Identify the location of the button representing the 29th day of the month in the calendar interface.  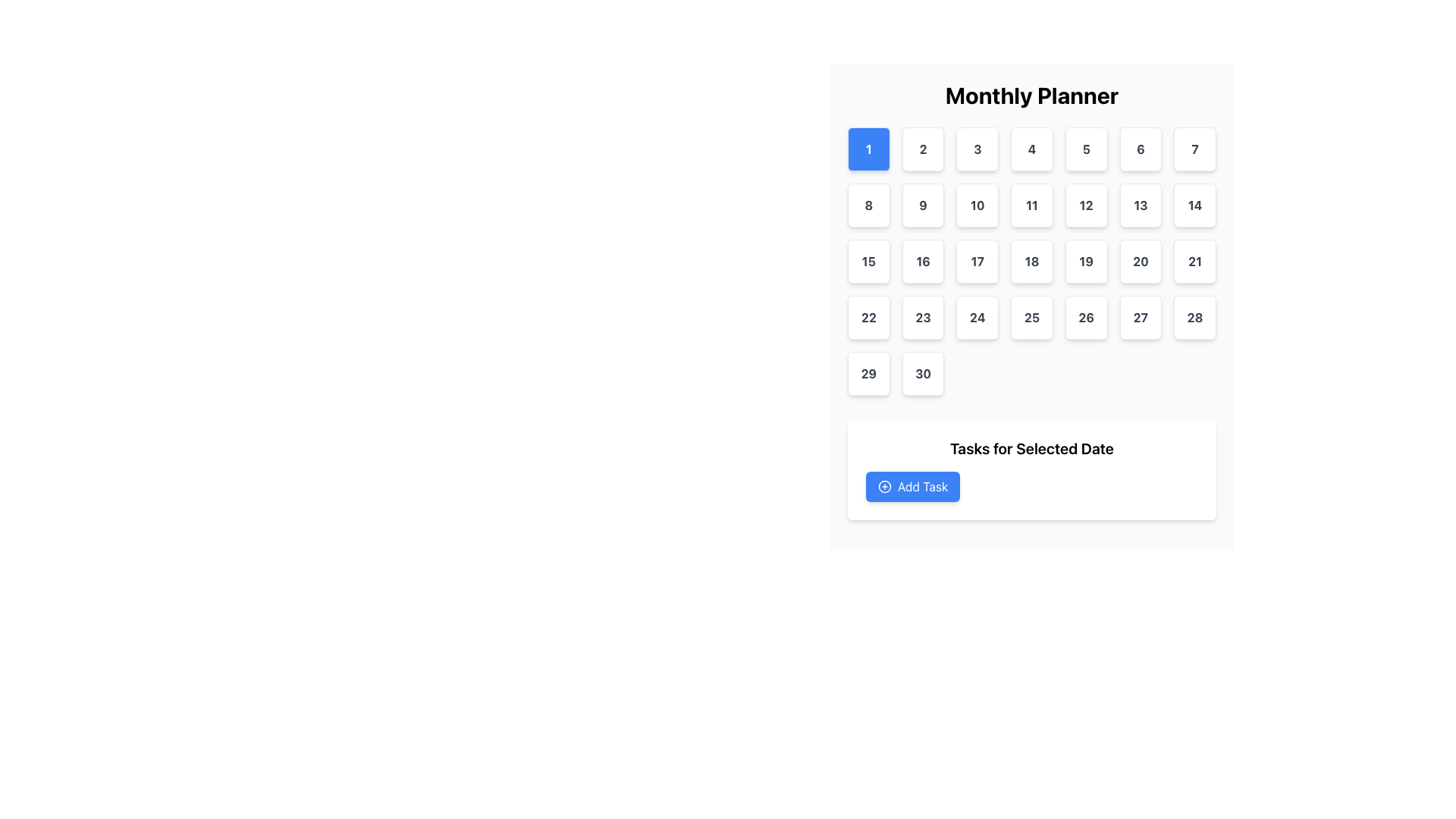
(868, 374).